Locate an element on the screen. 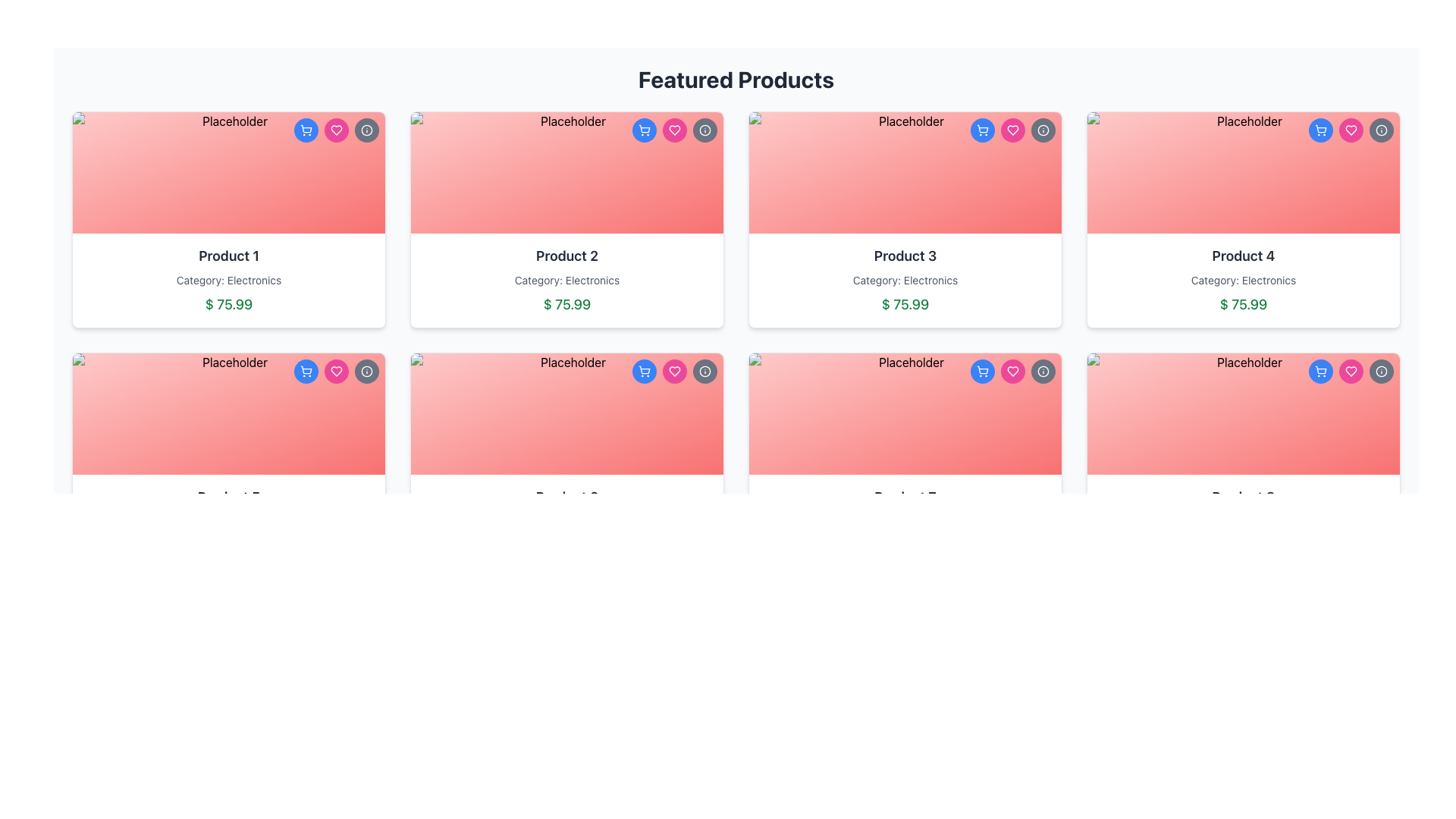 The width and height of the screenshot is (1456, 819). the circular information button located at the top-right corner of the product card, which has a dark gray background and a white circular outline is located at coordinates (367, 371).